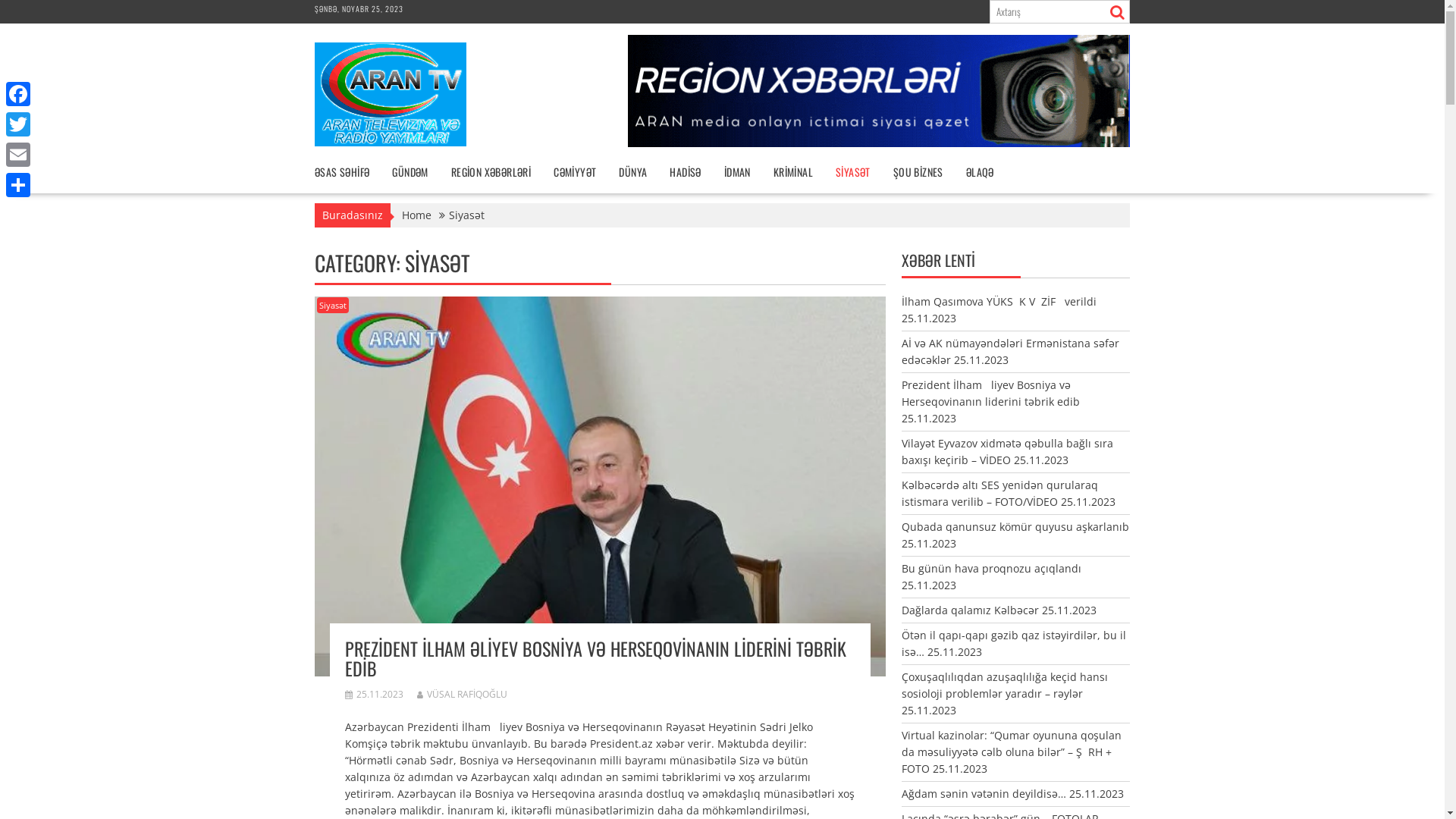 Image resolution: width=1456 pixels, height=819 pixels. What do you see at coordinates (401, 215) in the screenshot?
I see `'Home'` at bounding box center [401, 215].